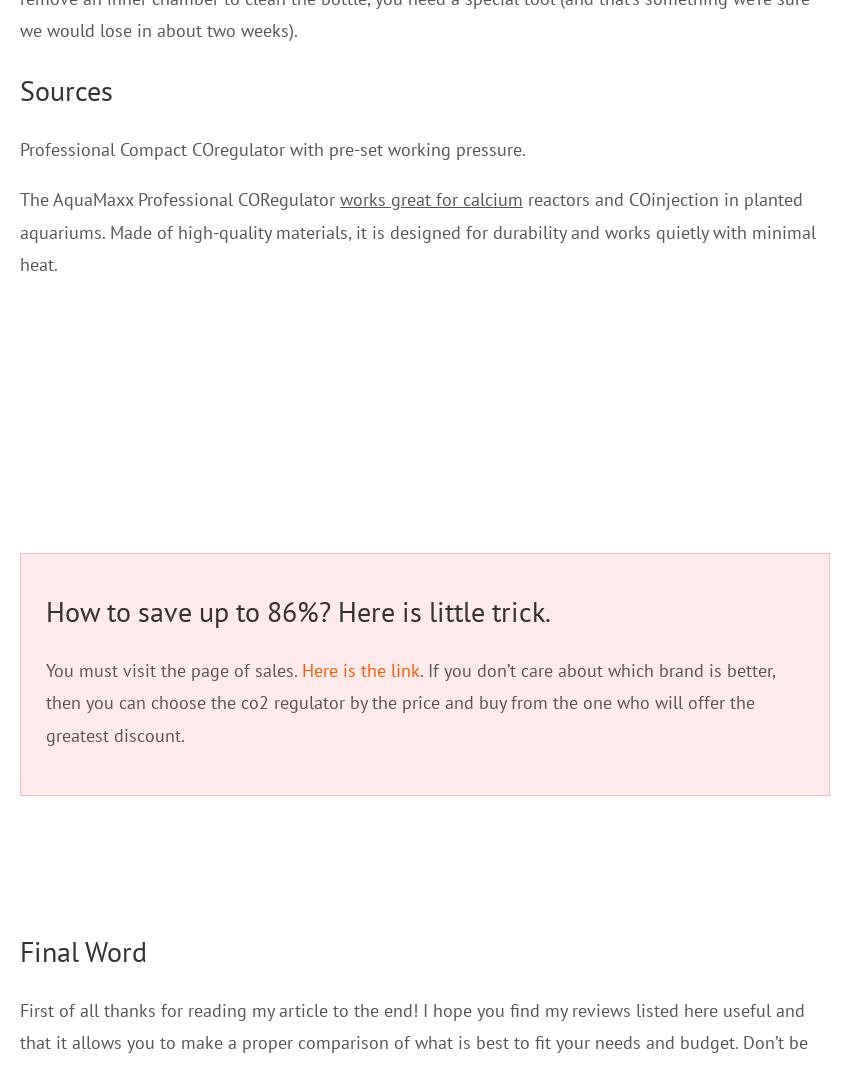 The width and height of the screenshot is (850, 1065). Describe the element at coordinates (179, 198) in the screenshot. I see `'The AquaMaxx Professional CORegulator'` at that location.